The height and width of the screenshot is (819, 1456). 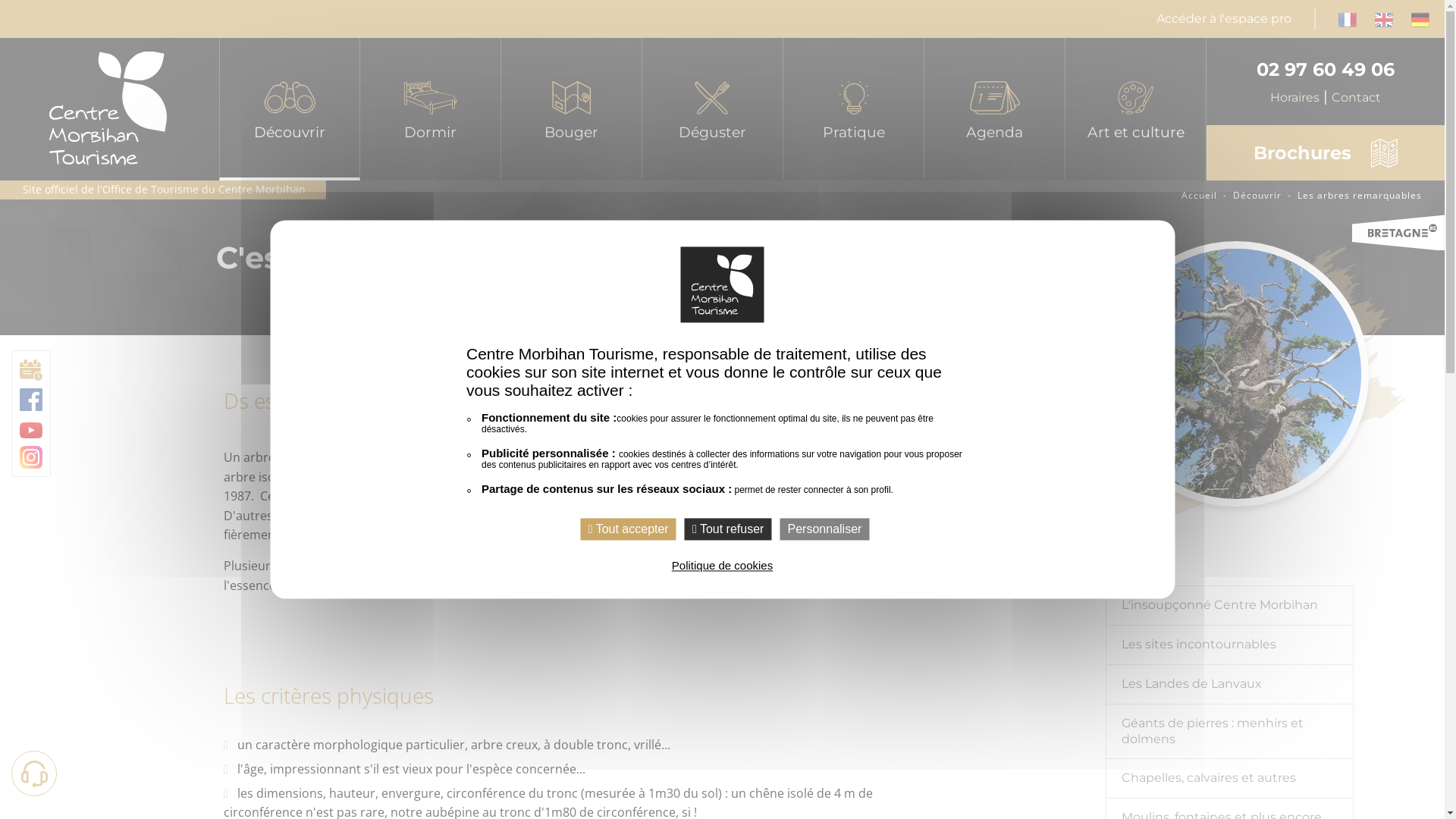 I want to click on 'Dormir', so click(x=429, y=108).